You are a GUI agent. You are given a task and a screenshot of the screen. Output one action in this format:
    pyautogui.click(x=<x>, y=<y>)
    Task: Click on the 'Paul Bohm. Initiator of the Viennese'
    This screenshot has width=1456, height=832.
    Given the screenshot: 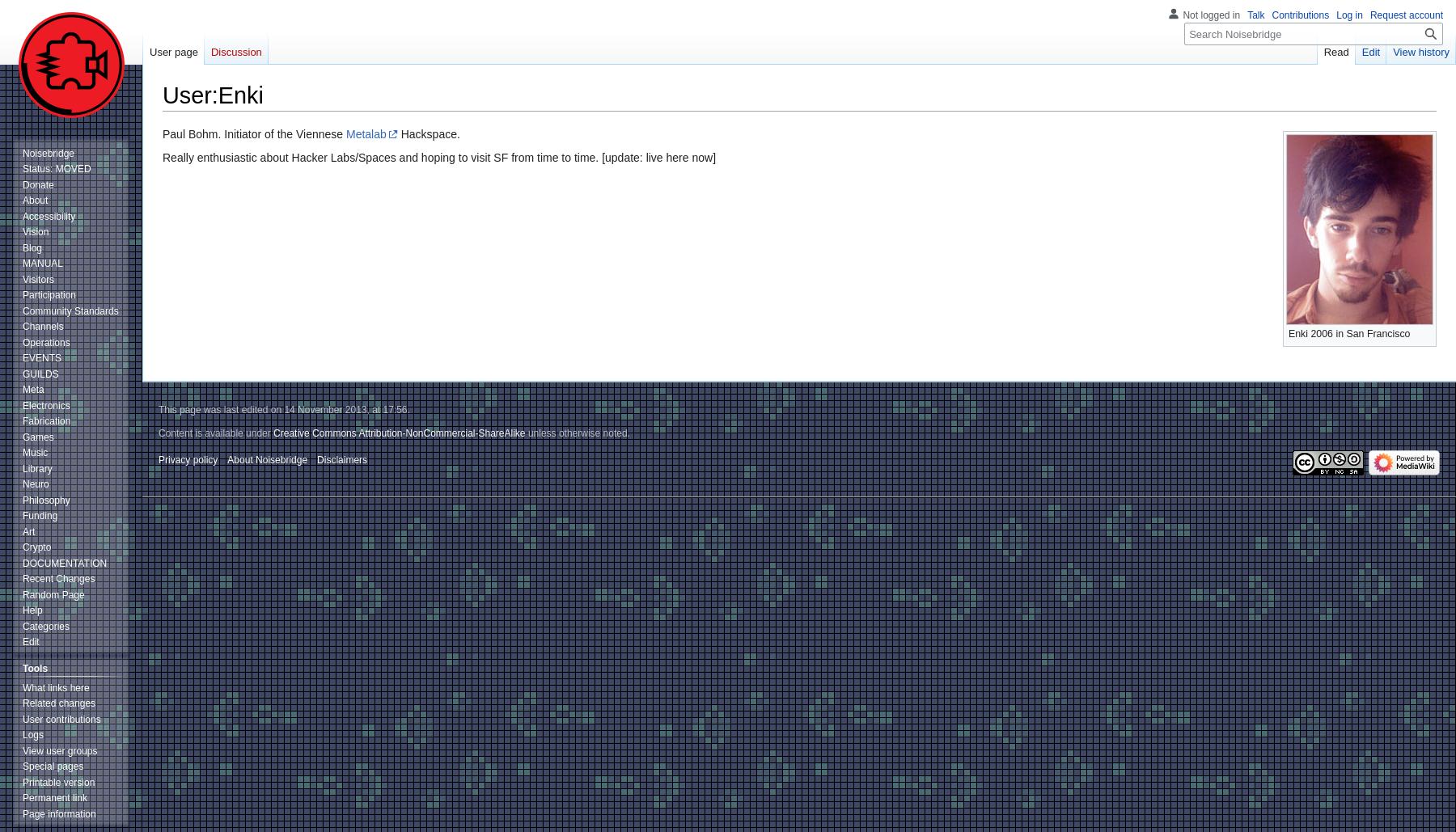 What is the action you would take?
    pyautogui.click(x=253, y=133)
    